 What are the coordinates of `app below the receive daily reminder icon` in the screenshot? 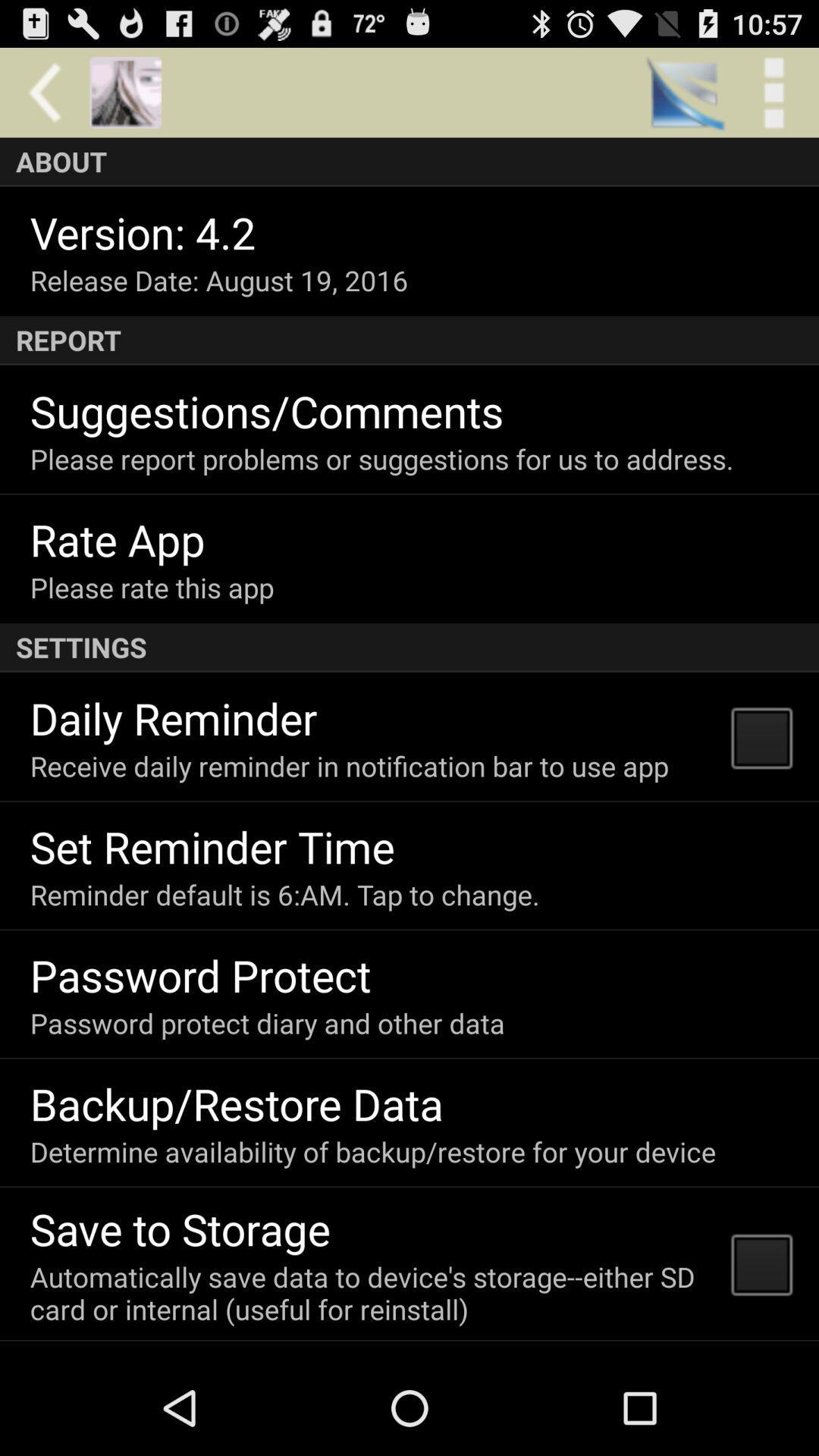 It's located at (212, 846).